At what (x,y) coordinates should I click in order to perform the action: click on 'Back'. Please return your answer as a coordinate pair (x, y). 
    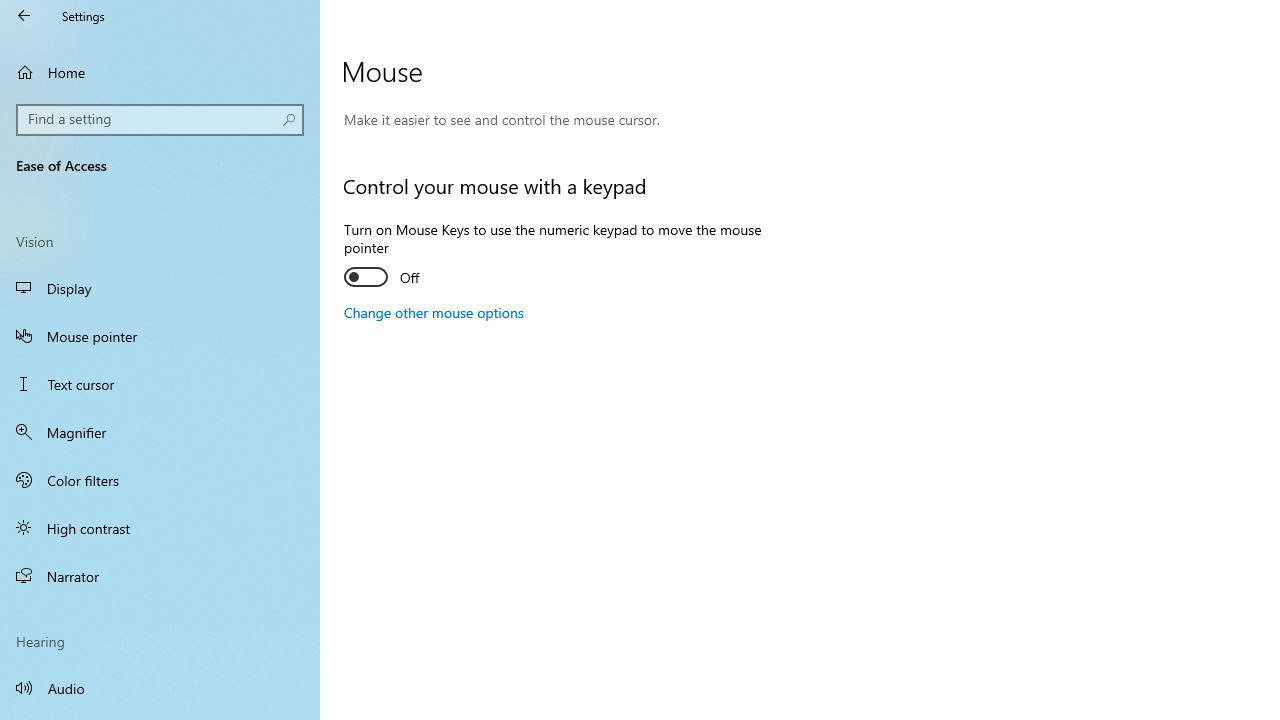
    Looking at the image, I should click on (24, 15).